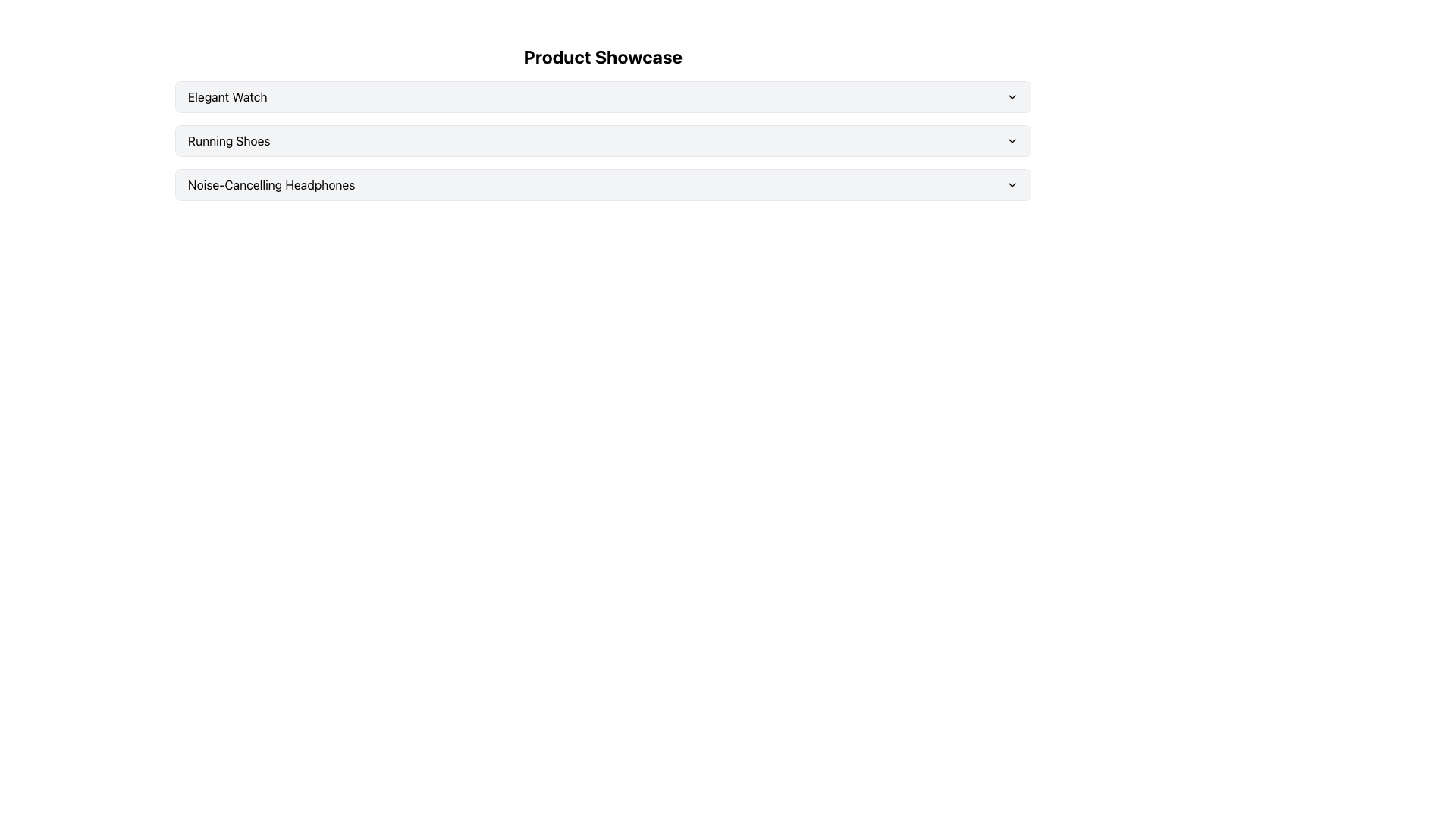  Describe the element at coordinates (1012, 184) in the screenshot. I see `the dropdown indicator icon located at the far right of the third row labeled 'Noise-Cancelling Headphones'` at that location.